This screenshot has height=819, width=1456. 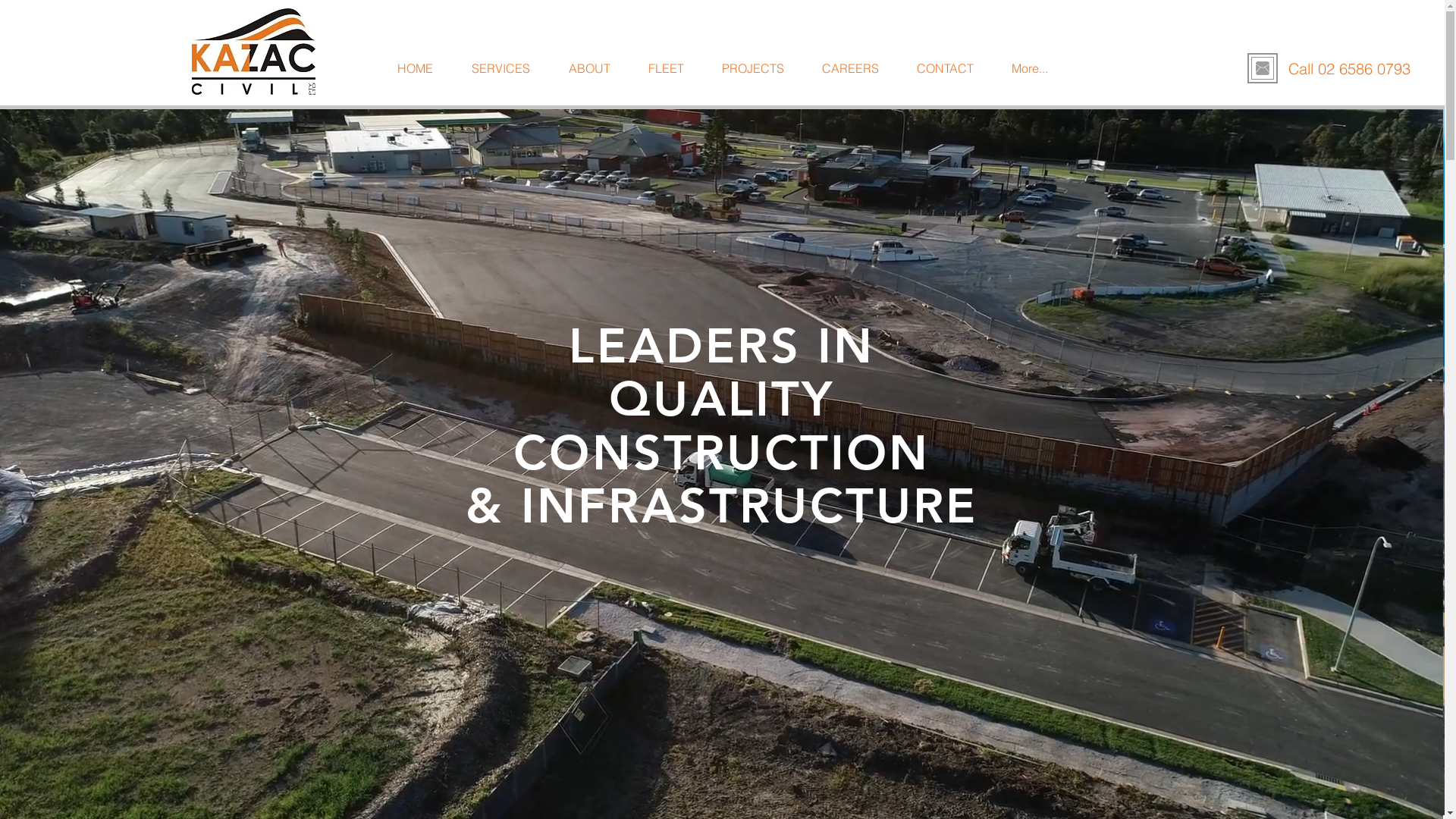 I want to click on 'CAREERS', so click(x=803, y=68).